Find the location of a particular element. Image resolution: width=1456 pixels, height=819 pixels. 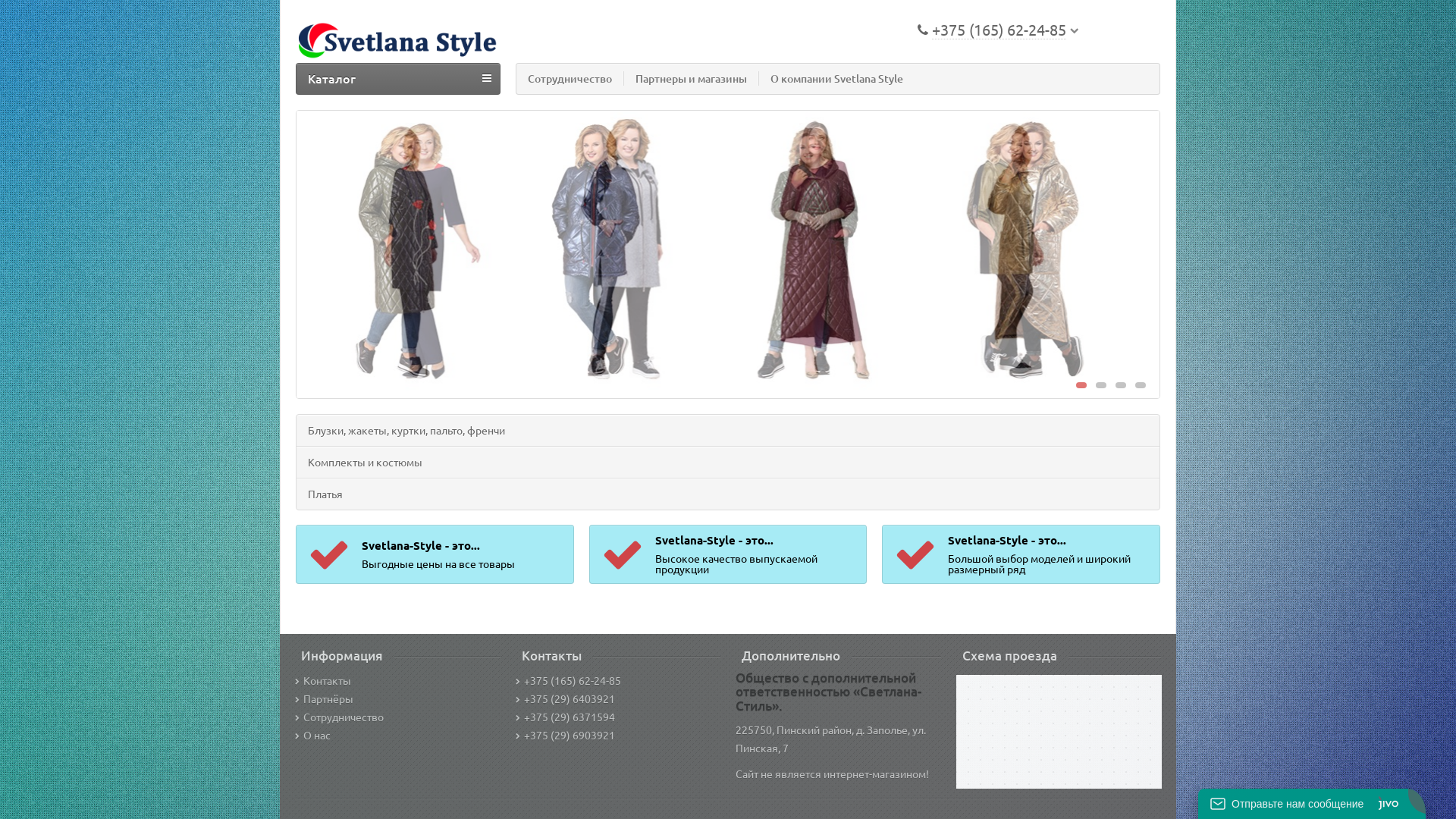

'+375 (29) 6371594' is located at coordinates (564, 717).